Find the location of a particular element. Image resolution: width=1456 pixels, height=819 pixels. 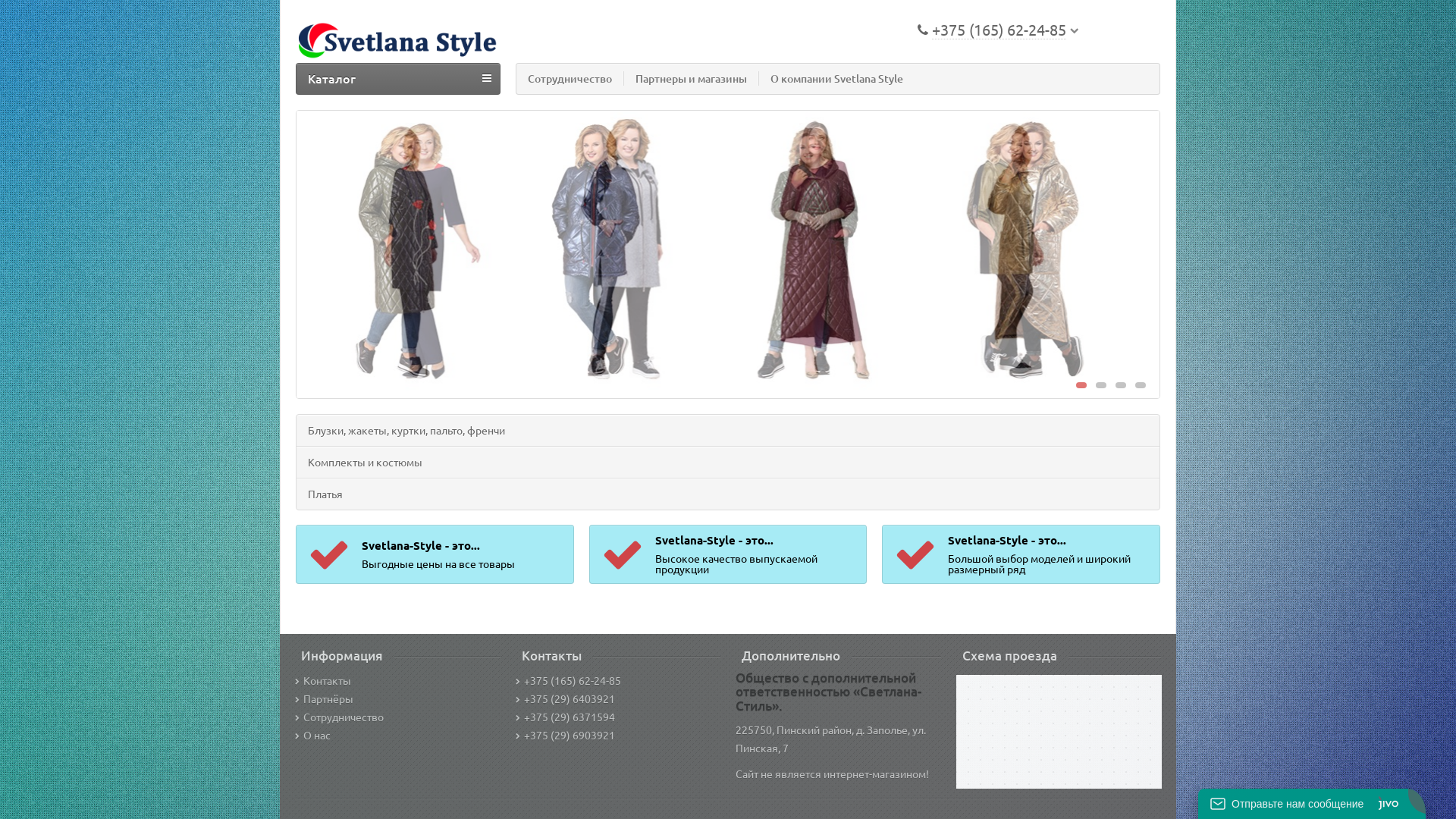

'+375 (29) 6371594' is located at coordinates (564, 717).